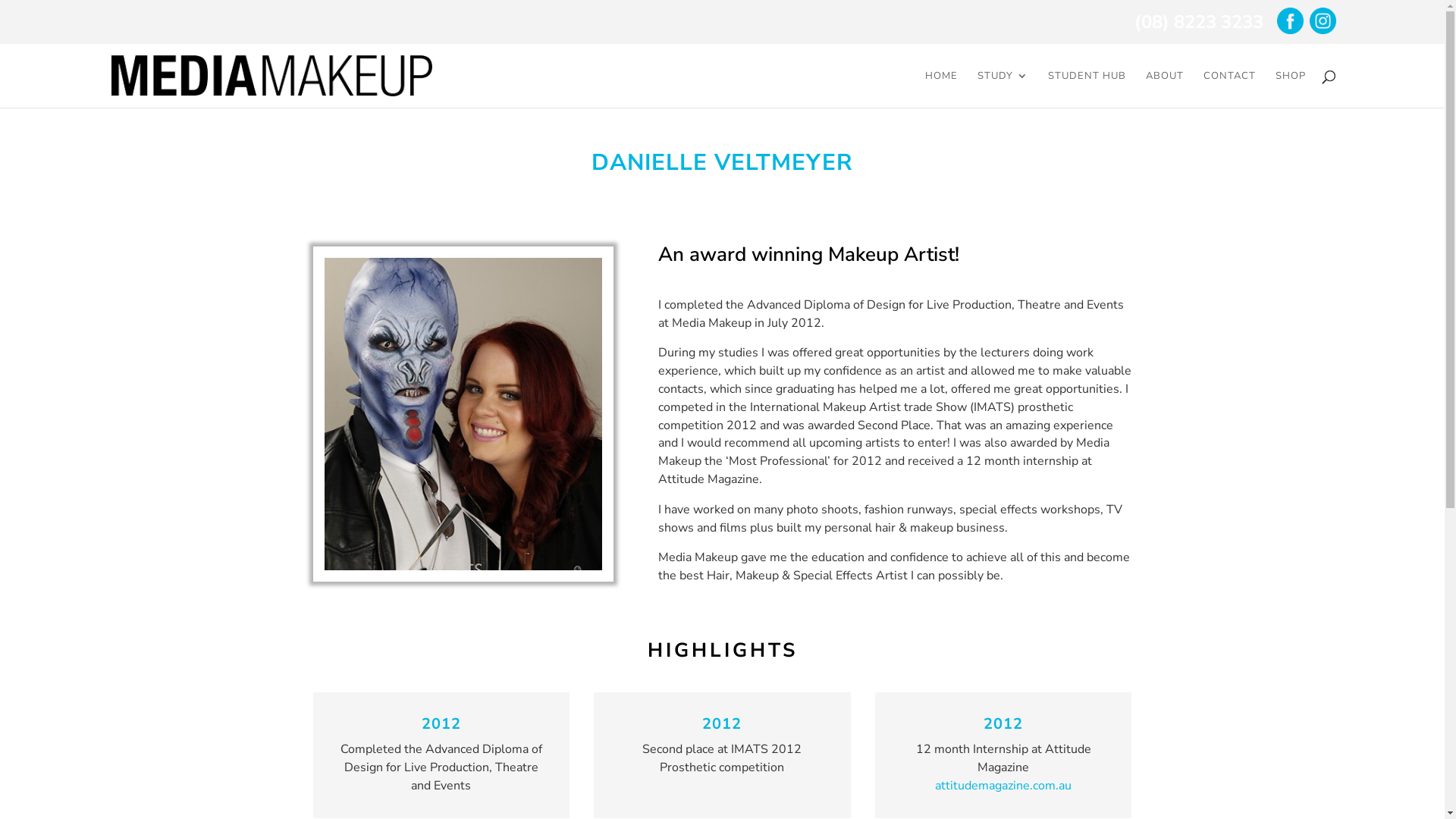  Describe the element at coordinates (1229, 89) in the screenshot. I see `'CONTACT'` at that location.